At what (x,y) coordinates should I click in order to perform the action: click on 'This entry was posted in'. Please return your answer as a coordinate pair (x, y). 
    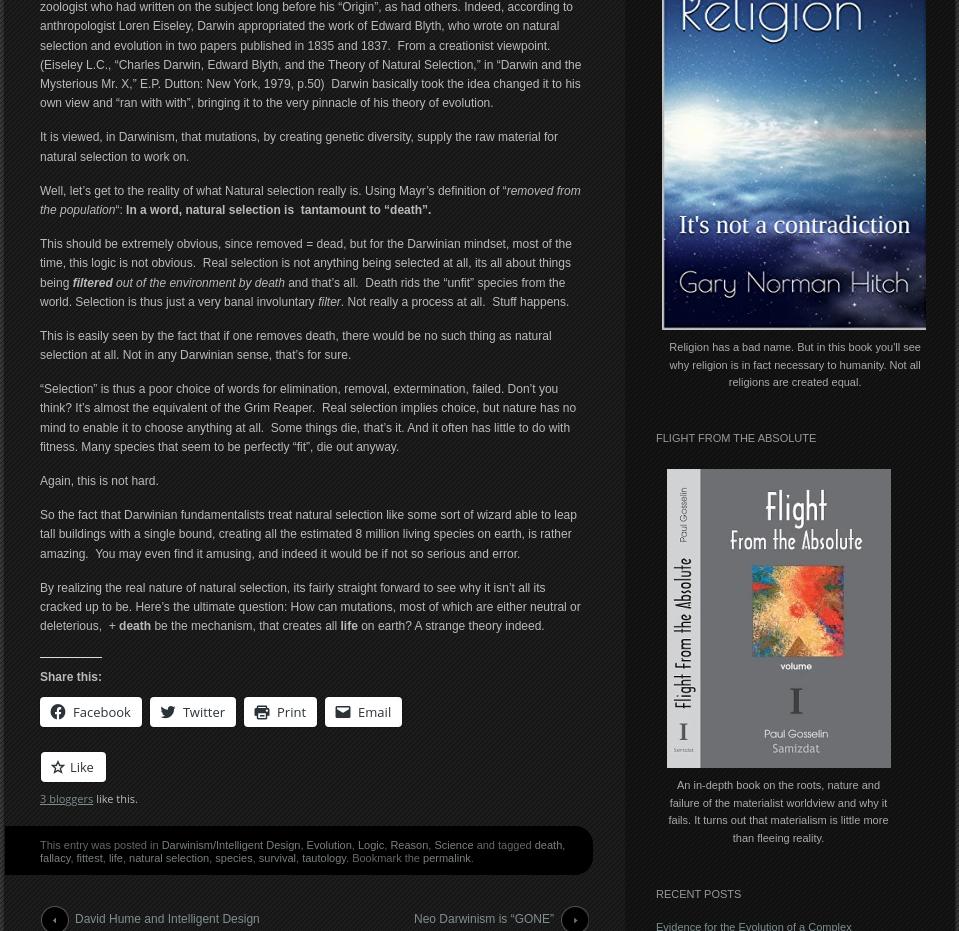
    Looking at the image, I should click on (100, 843).